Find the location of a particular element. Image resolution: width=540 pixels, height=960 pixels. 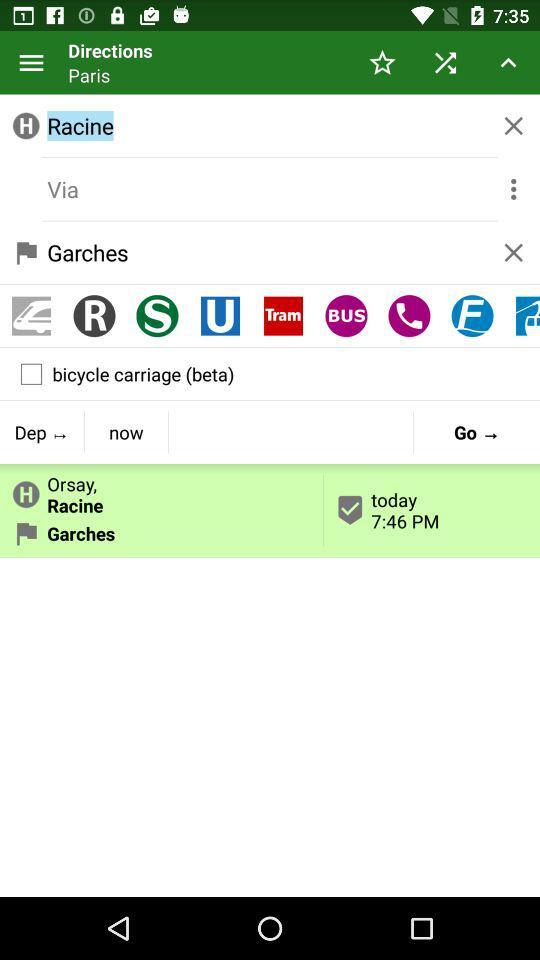

not selectable is located at coordinates (270, 189).